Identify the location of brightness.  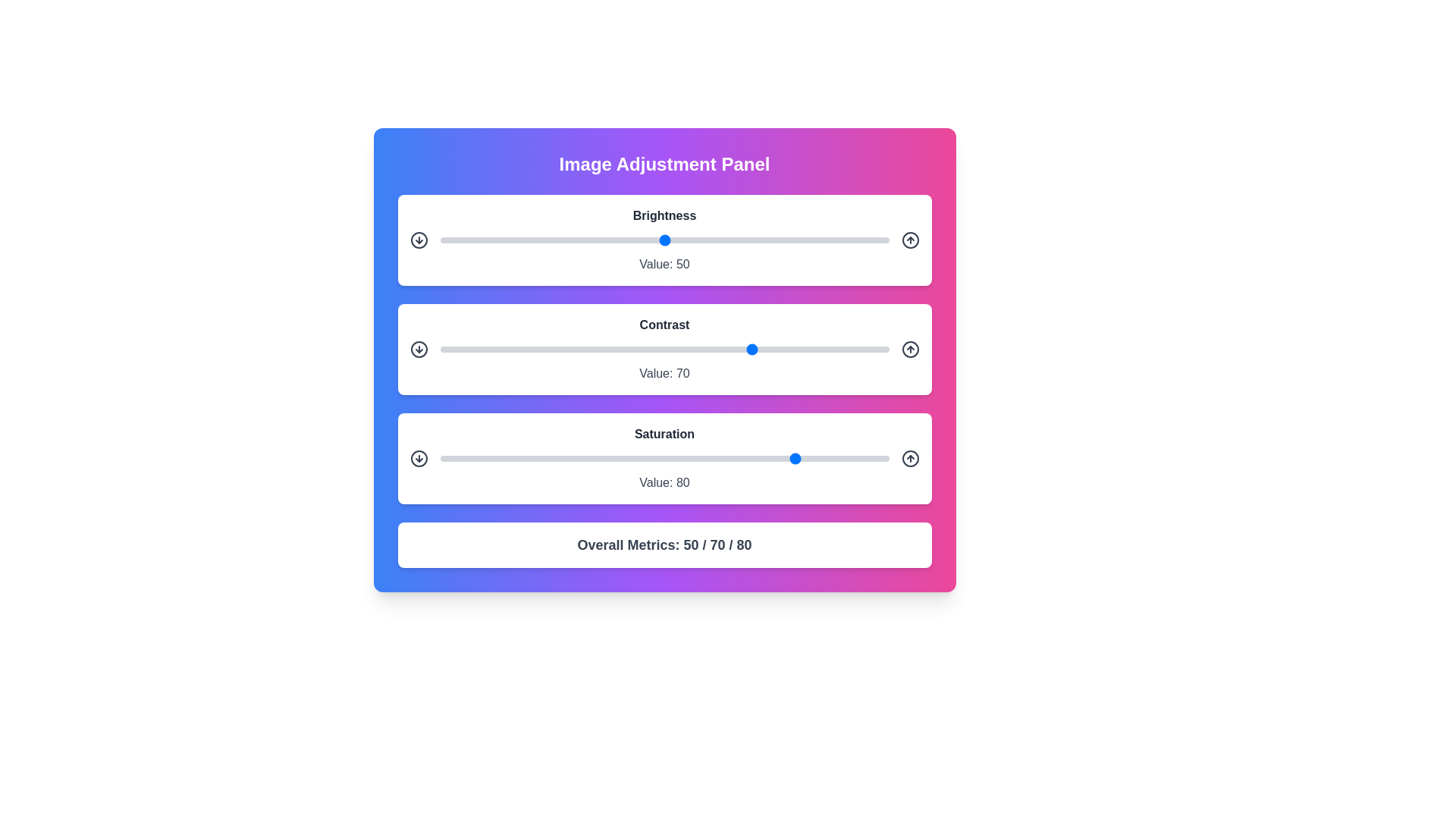
(682, 239).